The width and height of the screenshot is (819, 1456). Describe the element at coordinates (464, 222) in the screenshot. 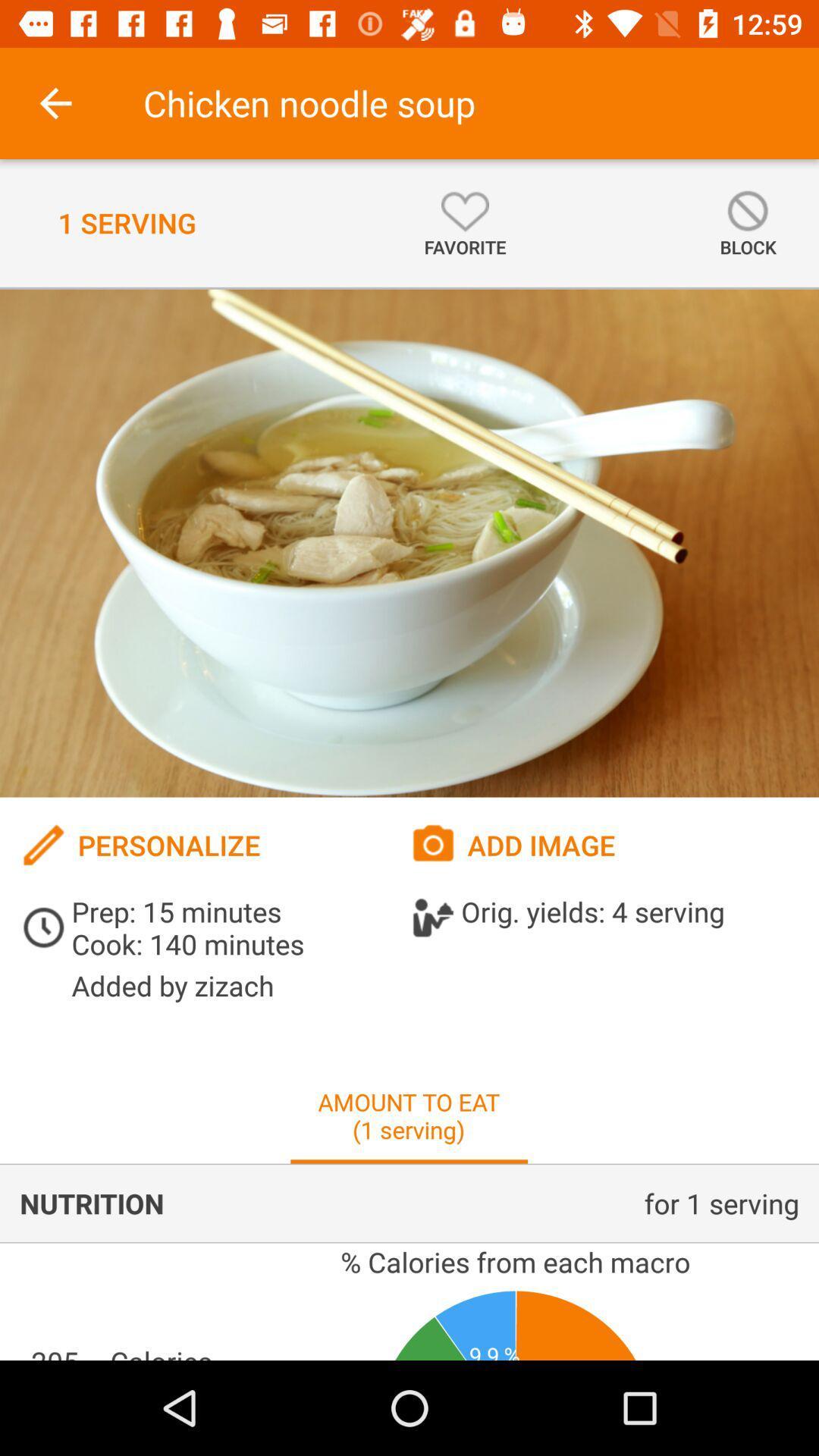

I see `favorite icon` at that location.